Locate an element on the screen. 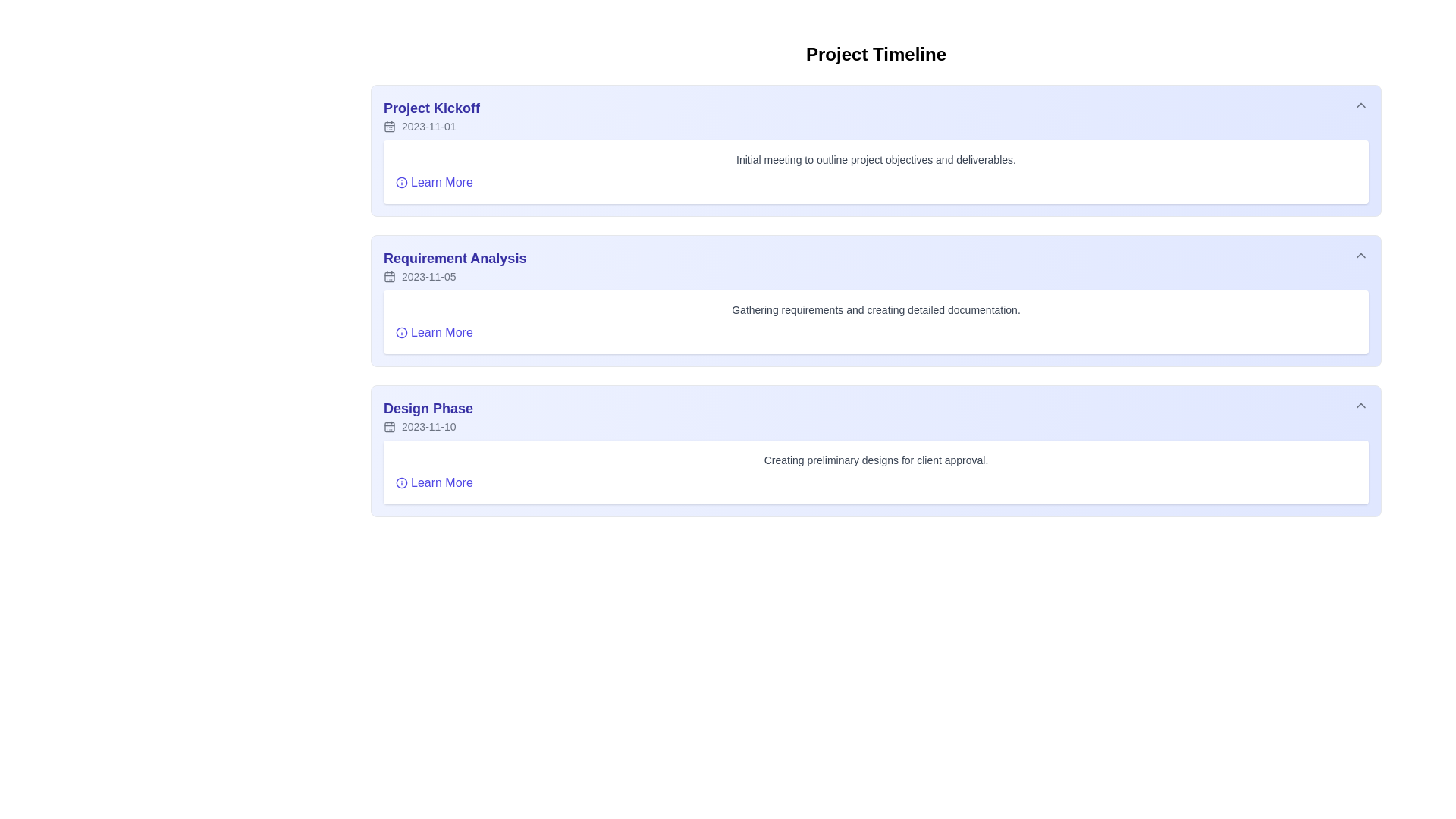  the upward-pointing chevron icon button located at the far right of the 'Design Phase' section for keyboard navigation is located at coordinates (1361, 405).